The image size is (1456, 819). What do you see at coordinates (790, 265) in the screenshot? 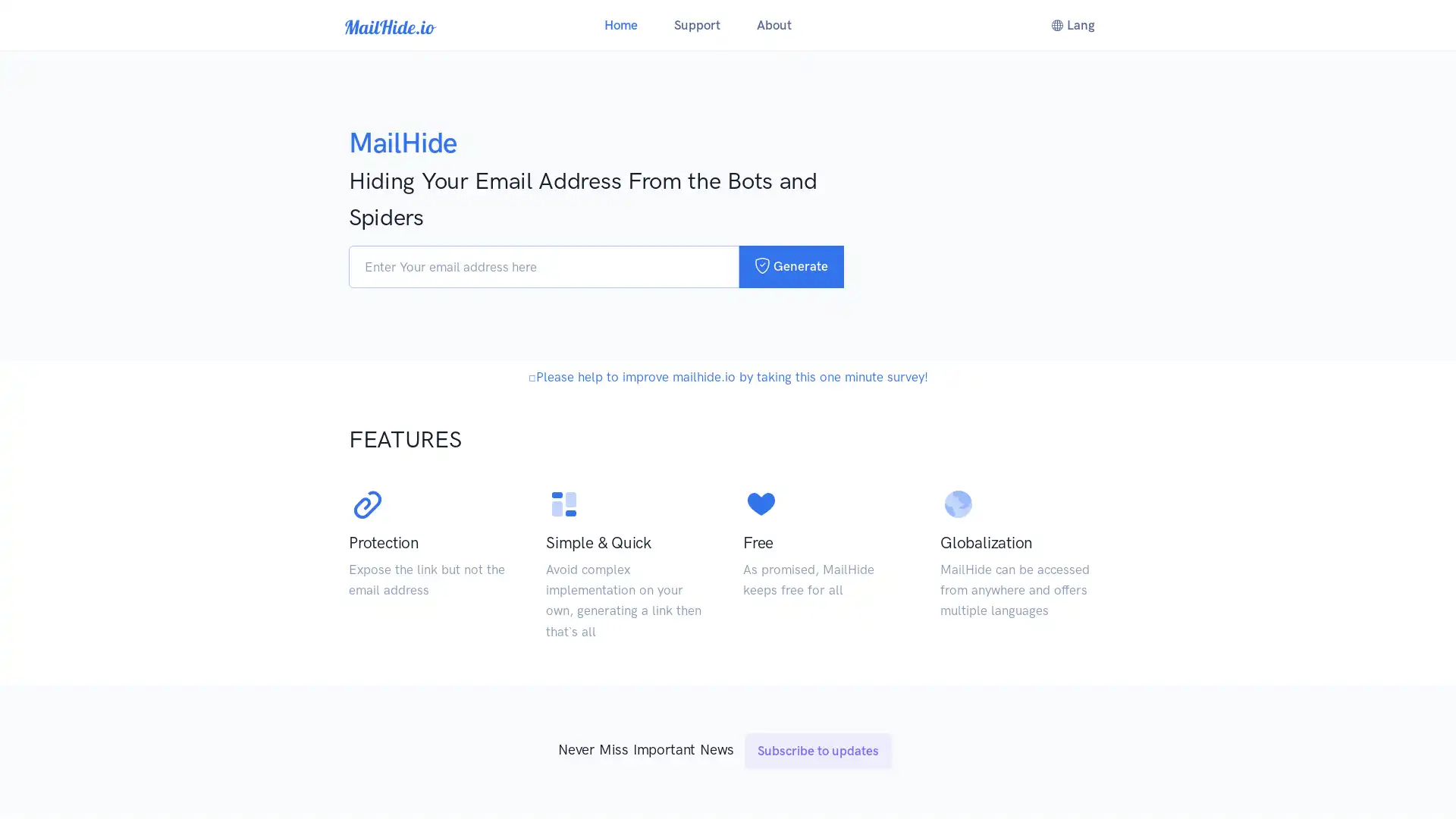
I see `shield check Generate` at bounding box center [790, 265].